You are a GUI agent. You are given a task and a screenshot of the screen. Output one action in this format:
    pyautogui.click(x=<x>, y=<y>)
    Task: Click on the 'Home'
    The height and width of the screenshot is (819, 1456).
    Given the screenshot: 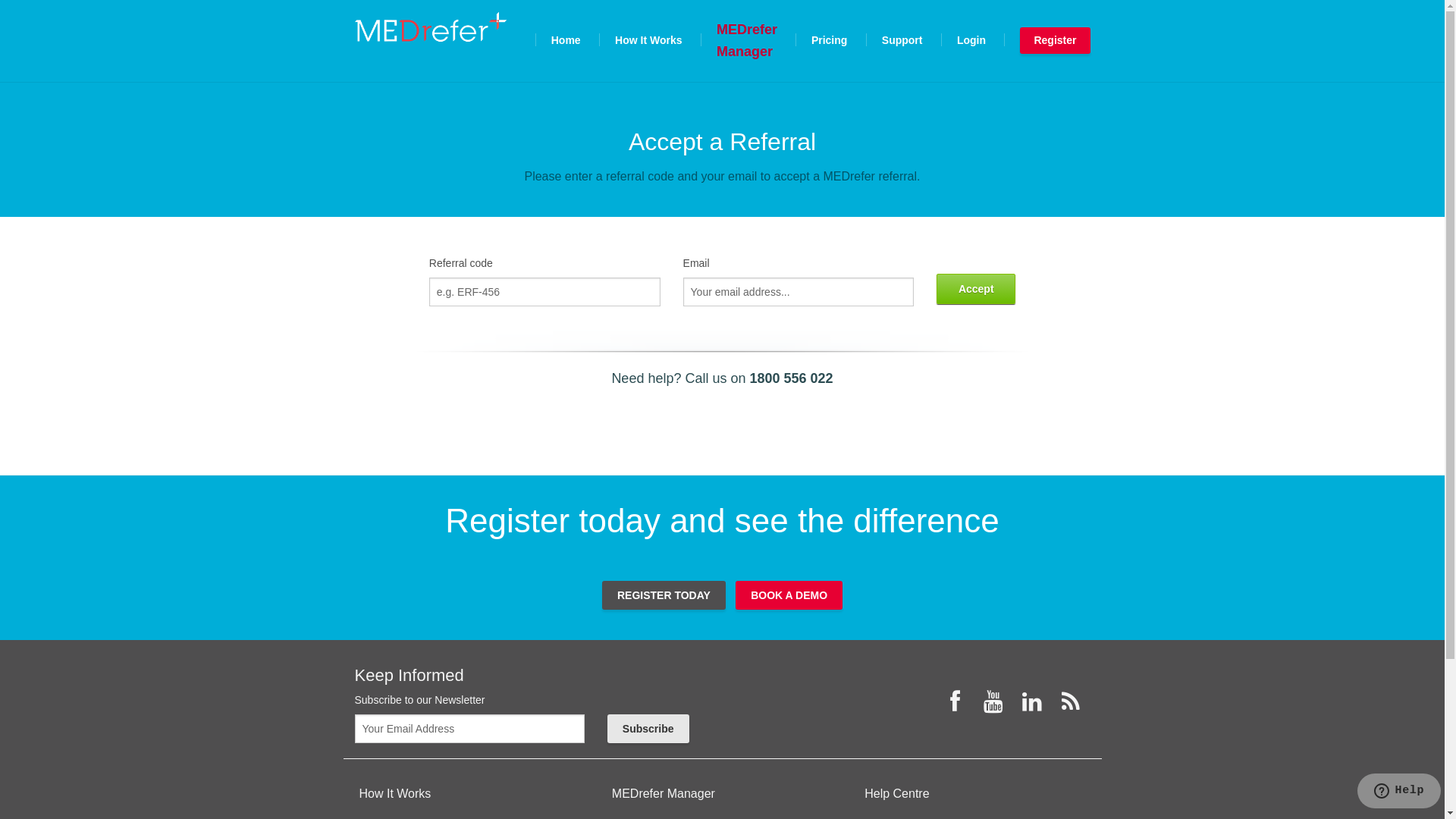 What is the action you would take?
    pyautogui.click(x=565, y=38)
    